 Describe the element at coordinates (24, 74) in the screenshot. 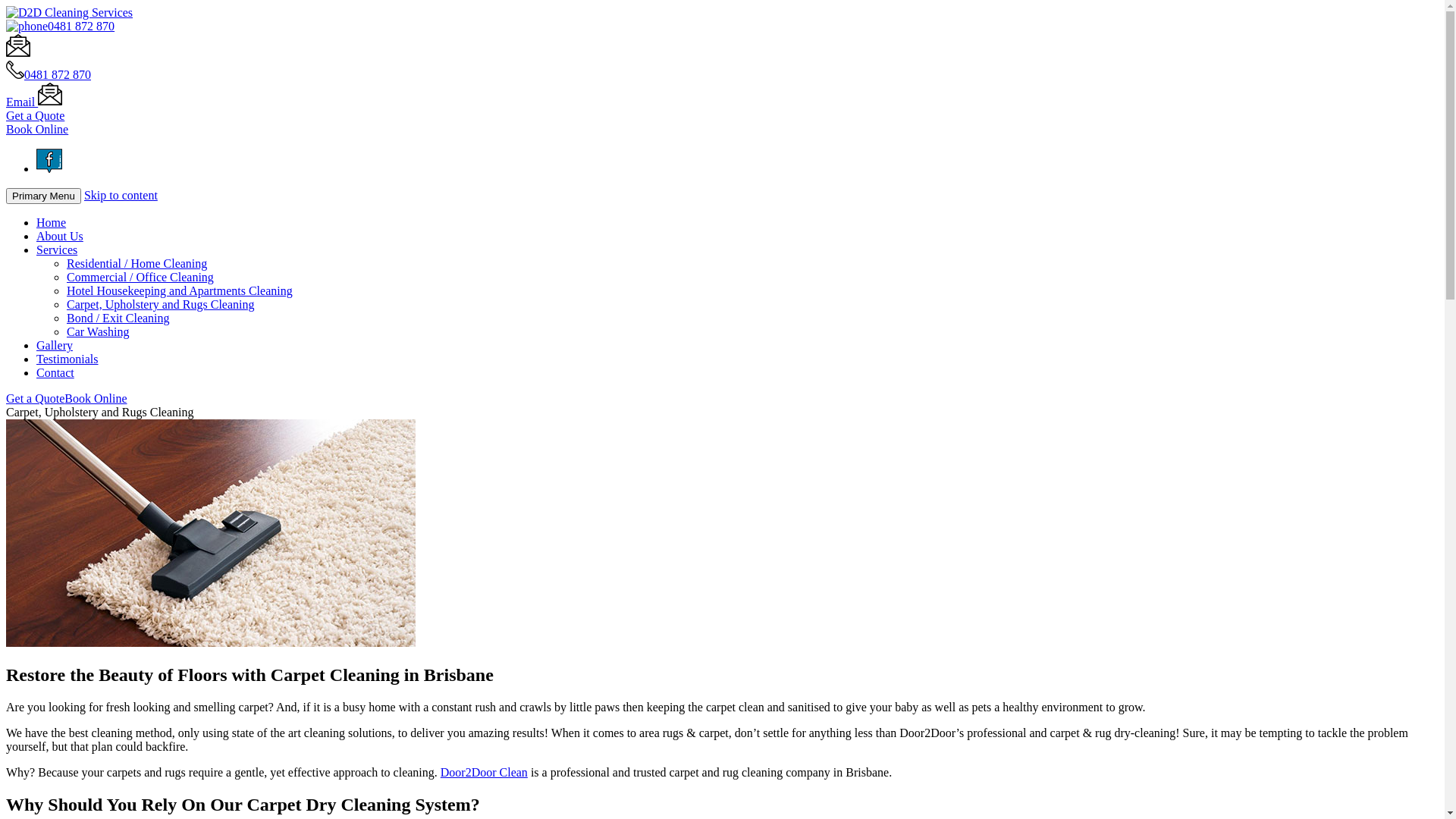

I see `'0481 872 870'` at that location.